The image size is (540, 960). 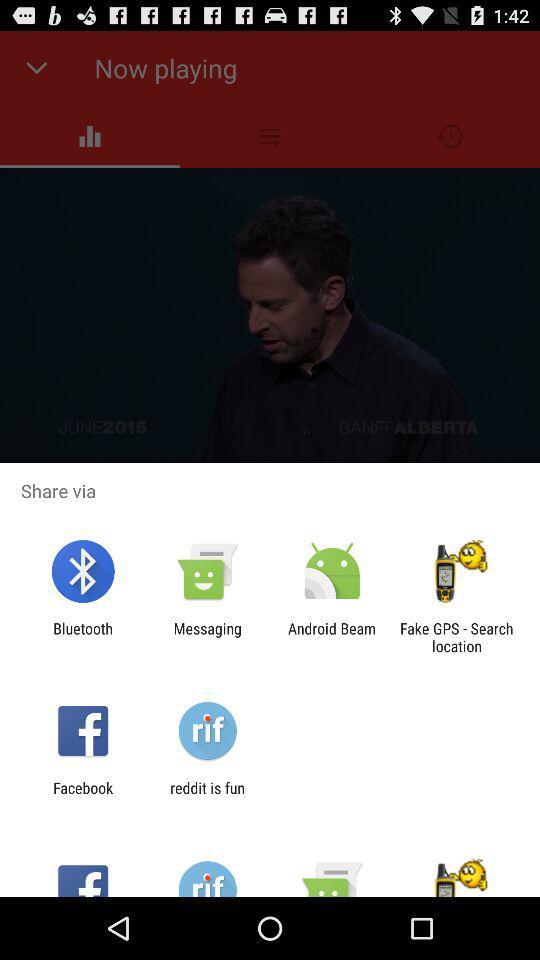 What do you see at coordinates (82, 636) in the screenshot?
I see `the bluetooth icon` at bounding box center [82, 636].